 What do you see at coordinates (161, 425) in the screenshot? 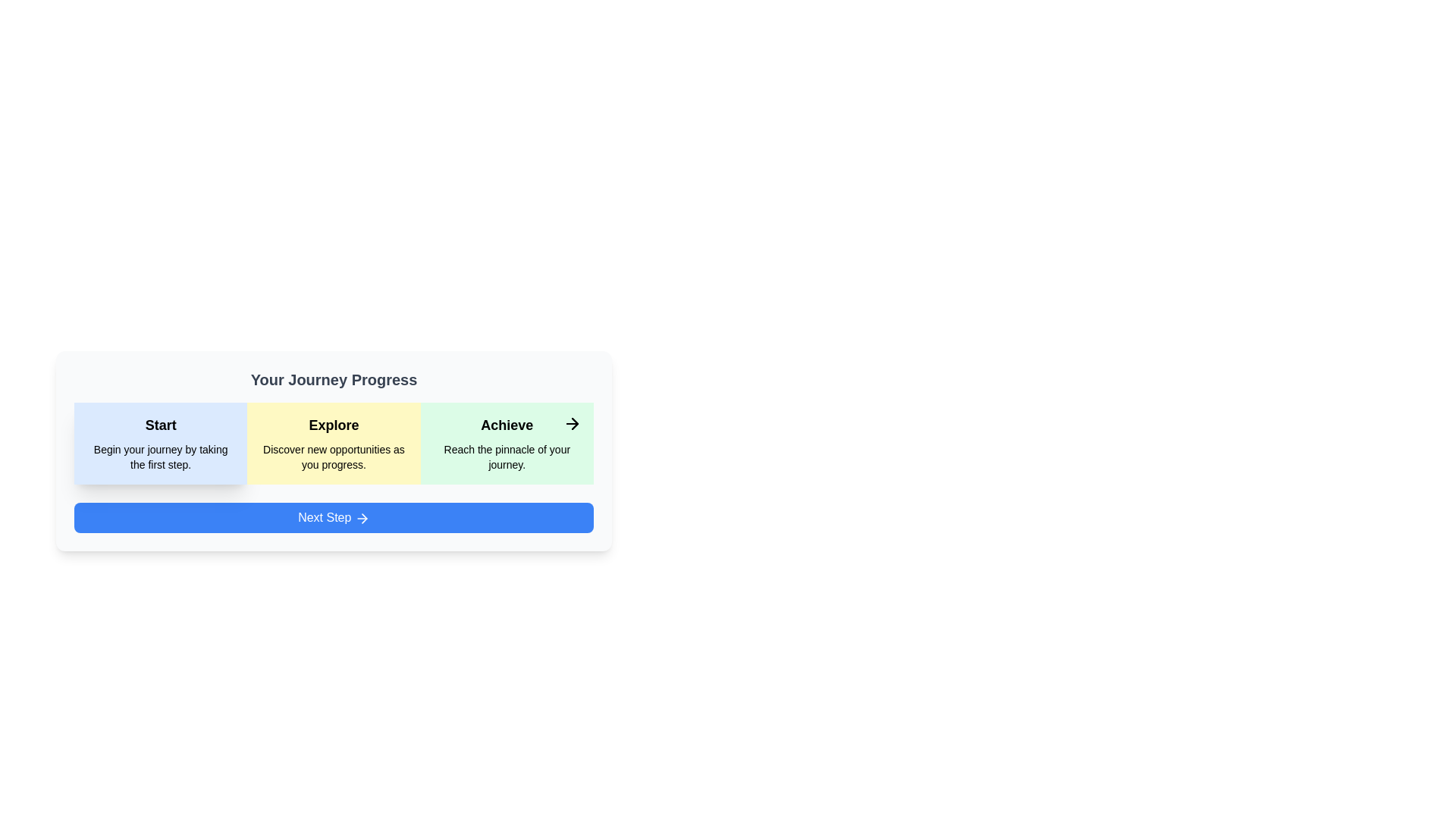
I see `the Text label that indicates the initial stage in the 'Your Journey Progress' area, positioned above the text 'Begin your journey by taking the first step.'` at bounding box center [161, 425].